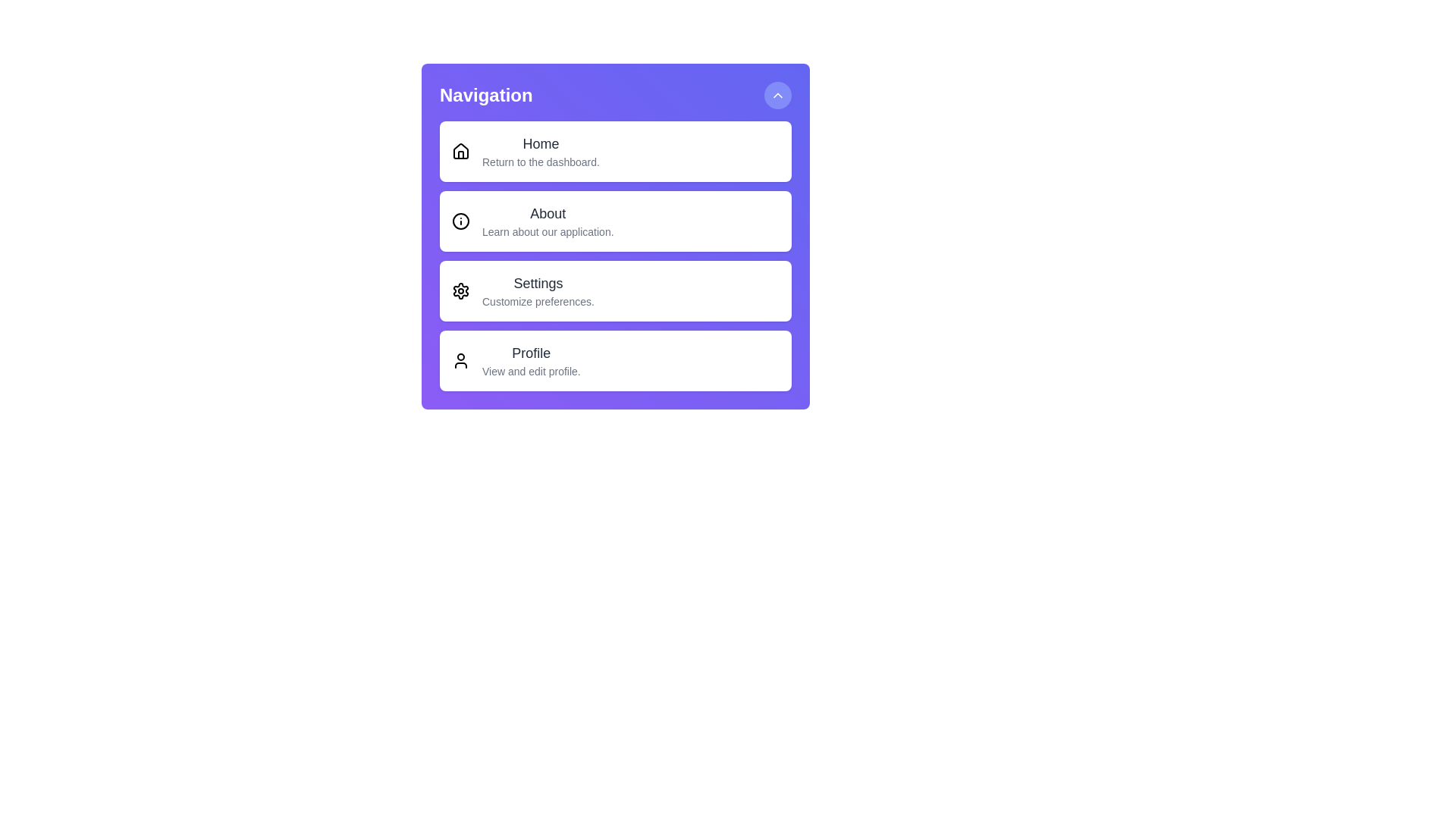 Image resolution: width=1456 pixels, height=819 pixels. What do you see at coordinates (778, 96) in the screenshot?
I see `toggle button to change the menu visibility` at bounding box center [778, 96].